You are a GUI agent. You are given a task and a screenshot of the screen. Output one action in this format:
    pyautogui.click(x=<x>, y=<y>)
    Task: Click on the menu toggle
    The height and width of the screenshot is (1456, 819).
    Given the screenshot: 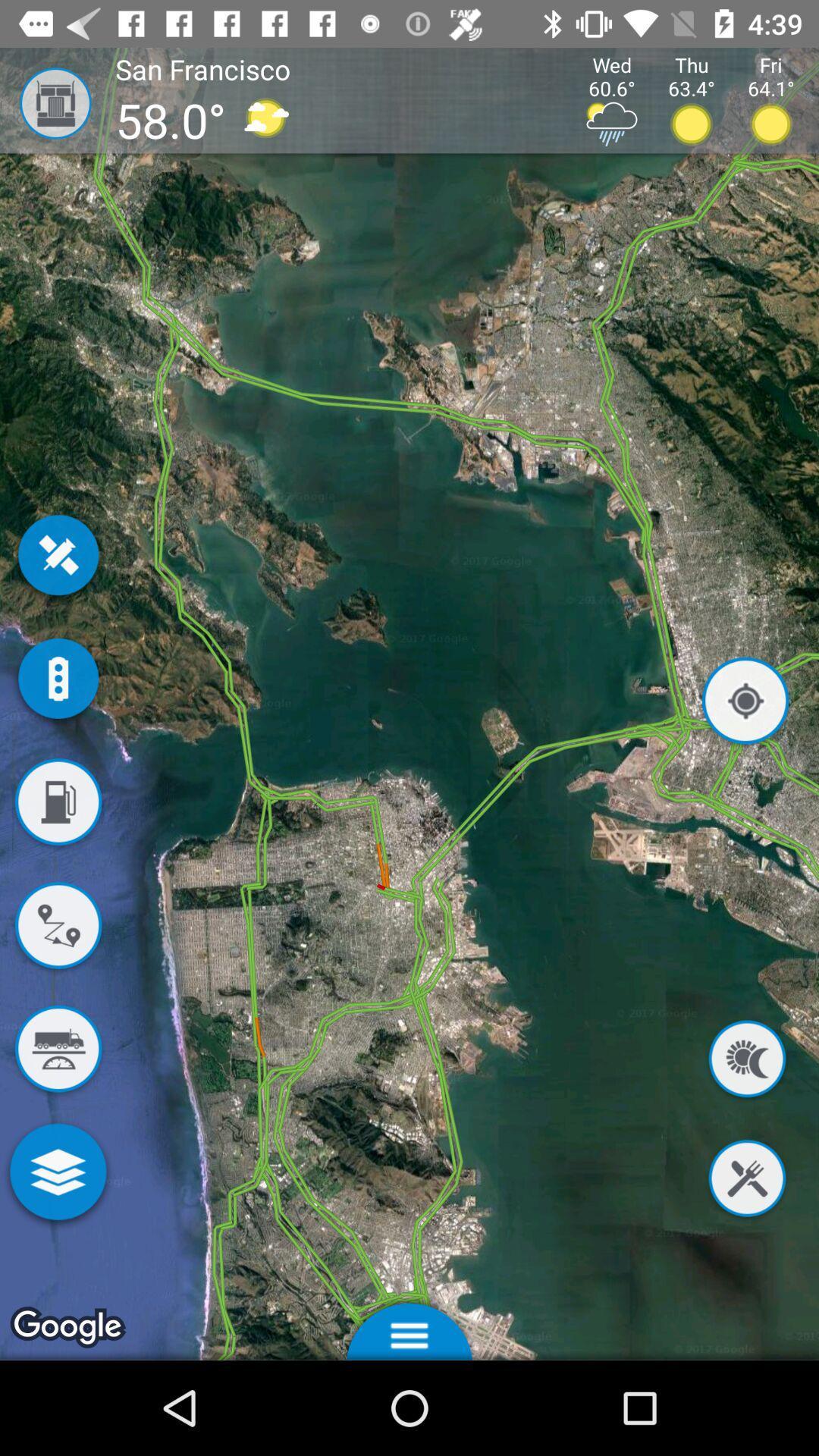 What is the action you would take?
    pyautogui.click(x=409, y=1326)
    